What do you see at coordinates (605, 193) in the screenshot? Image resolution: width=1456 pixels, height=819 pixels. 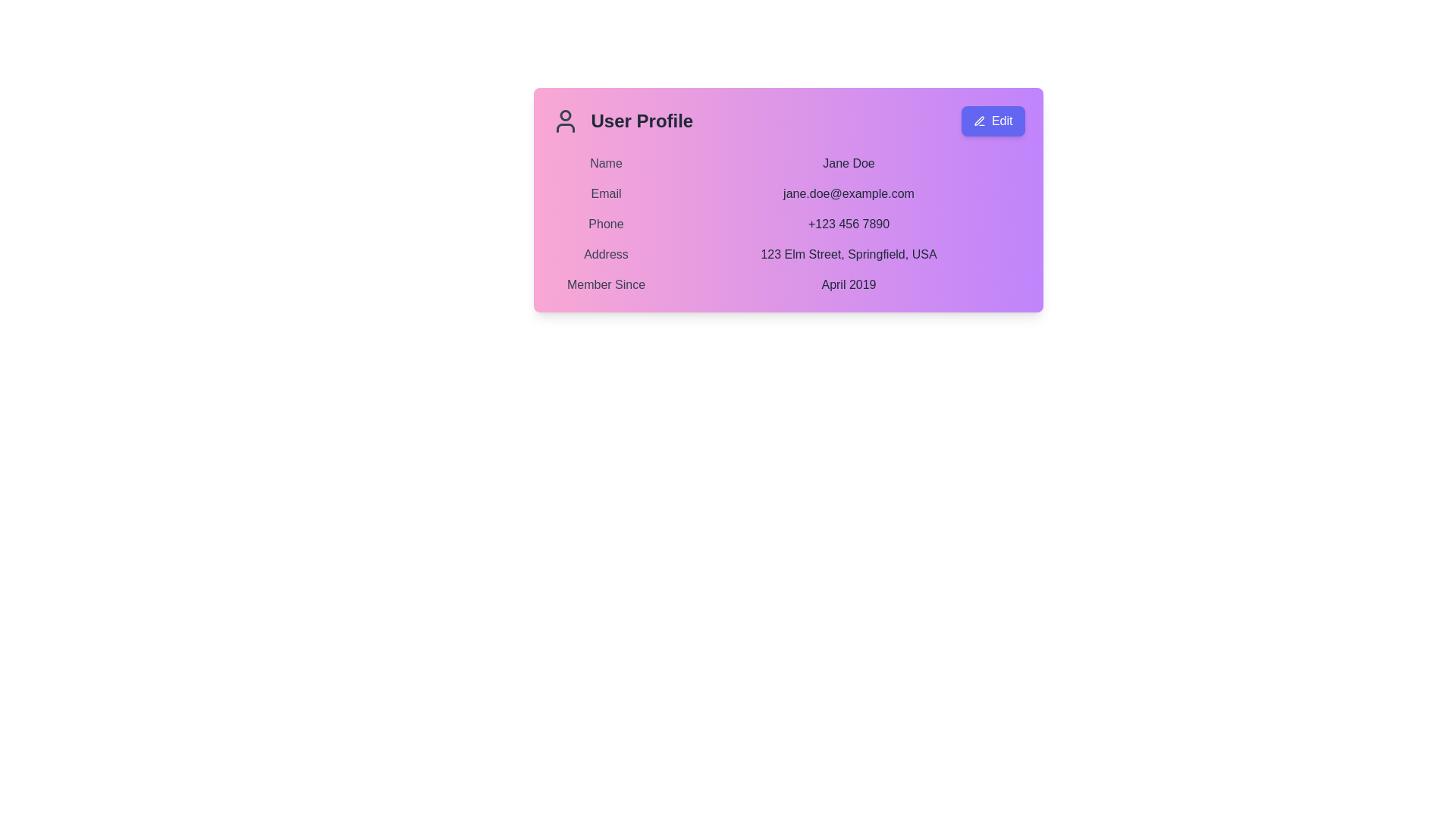 I see `the 'Email' label, which is styled with a medium bold gray font and located to the left of the value 'jane.doe@example.com' in the user profile card` at bounding box center [605, 193].